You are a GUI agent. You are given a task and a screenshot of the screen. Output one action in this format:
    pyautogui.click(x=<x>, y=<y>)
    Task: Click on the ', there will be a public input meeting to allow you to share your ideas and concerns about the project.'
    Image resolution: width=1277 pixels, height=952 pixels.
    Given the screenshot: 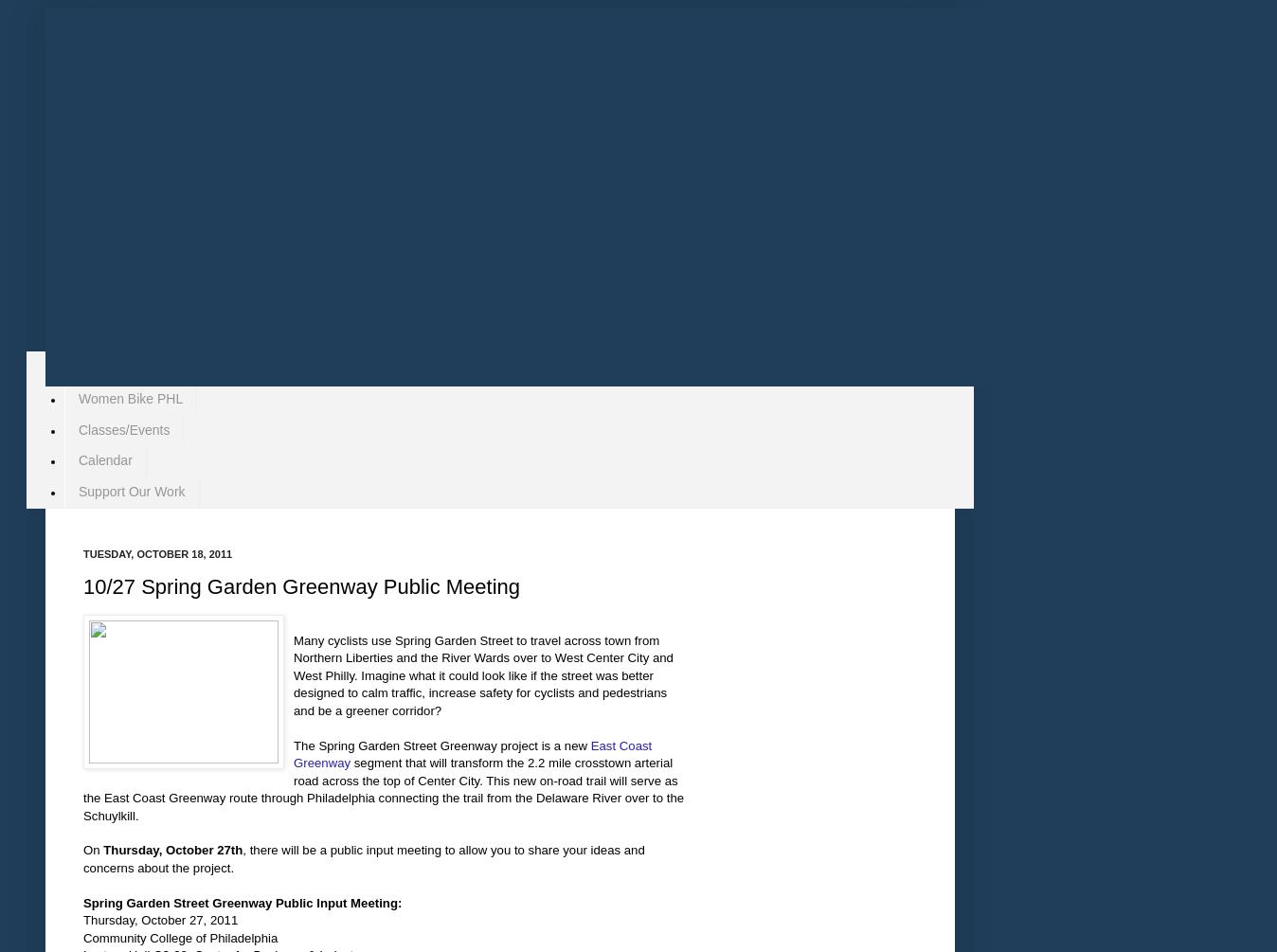 What is the action you would take?
    pyautogui.click(x=363, y=857)
    